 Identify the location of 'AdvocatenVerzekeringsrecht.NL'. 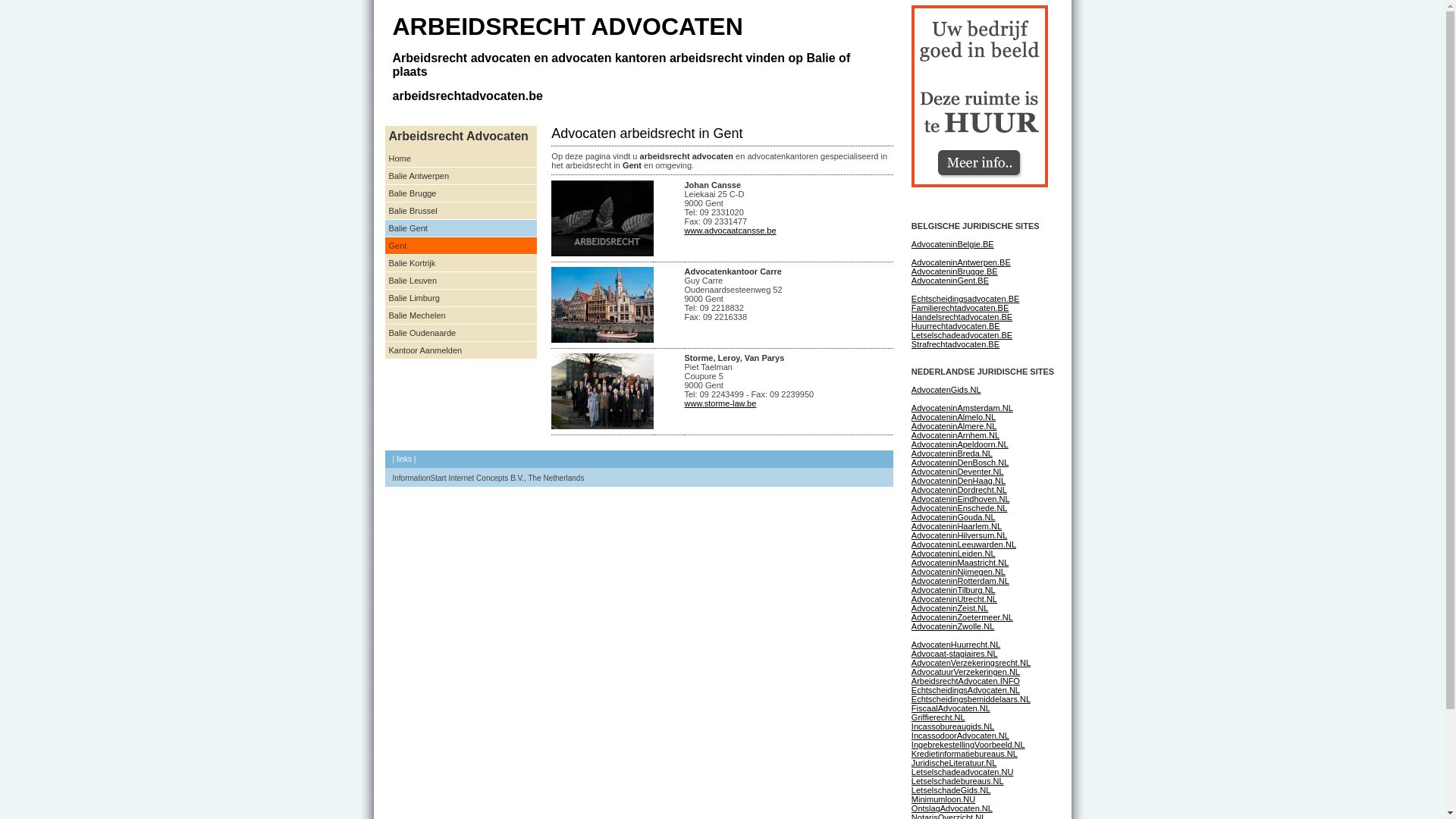
(971, 662).